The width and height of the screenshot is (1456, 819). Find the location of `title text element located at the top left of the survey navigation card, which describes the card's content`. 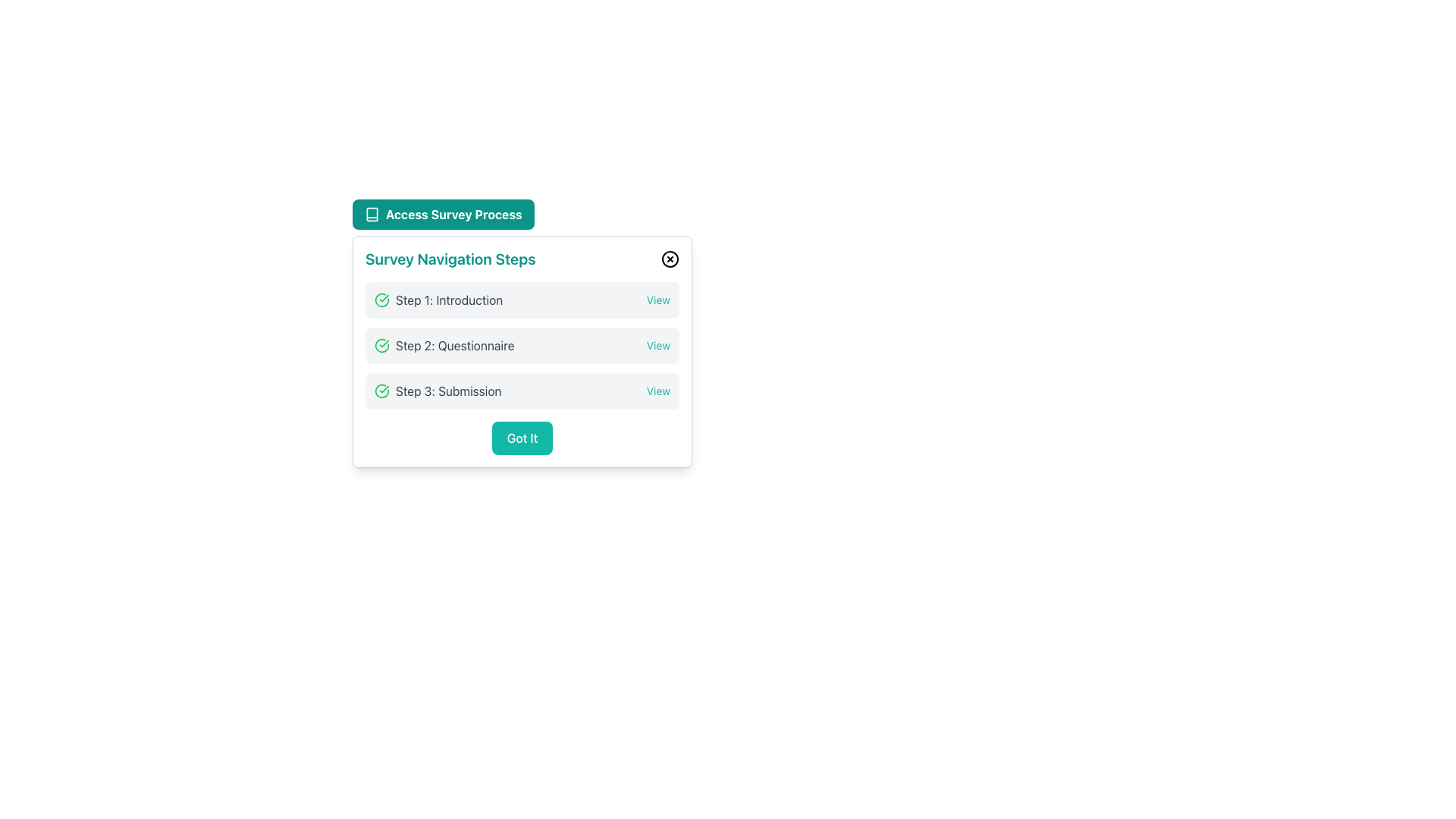

title text element located at the top left of the survey navigation card, which describes the card's content is located at coordinates (450, 259).